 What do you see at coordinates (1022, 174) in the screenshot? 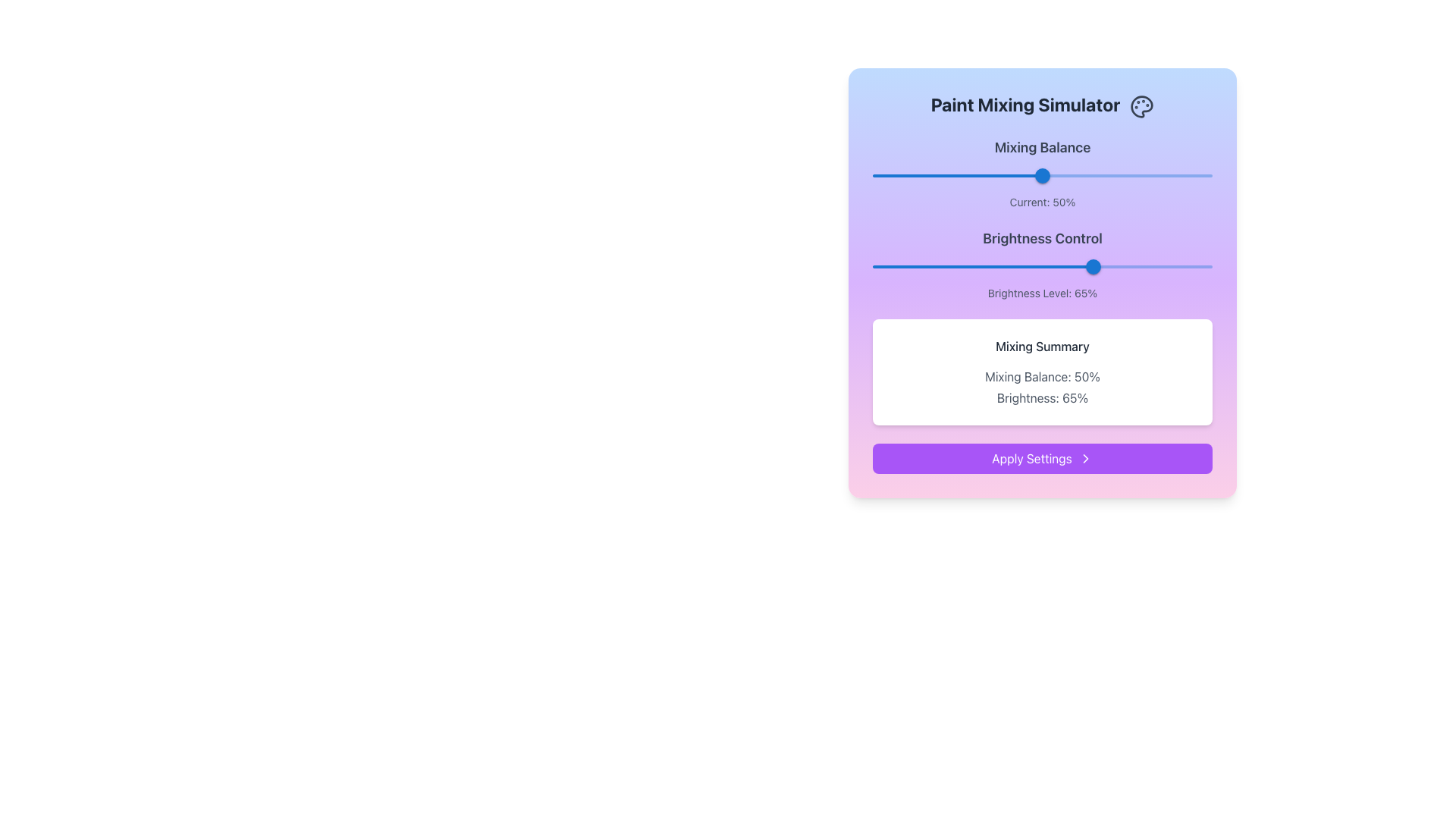
I see `Mixing Balance` at bounding box center [1022, 174].